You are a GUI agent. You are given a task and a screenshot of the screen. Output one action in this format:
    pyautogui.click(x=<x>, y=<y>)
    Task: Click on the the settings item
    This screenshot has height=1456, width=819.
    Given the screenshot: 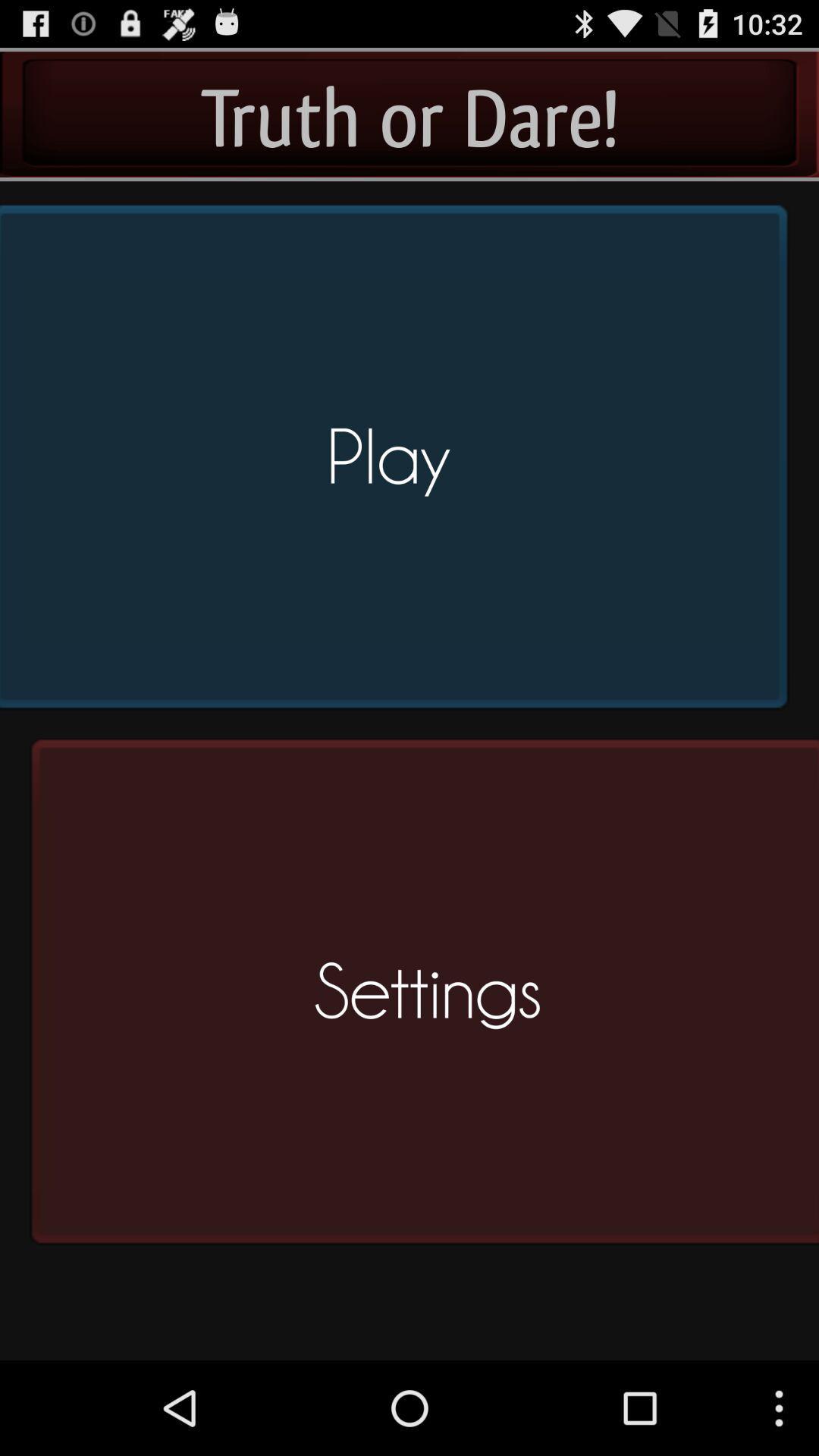 What is the action you would take?
    pyautogui.click(x=419, y=998)
    